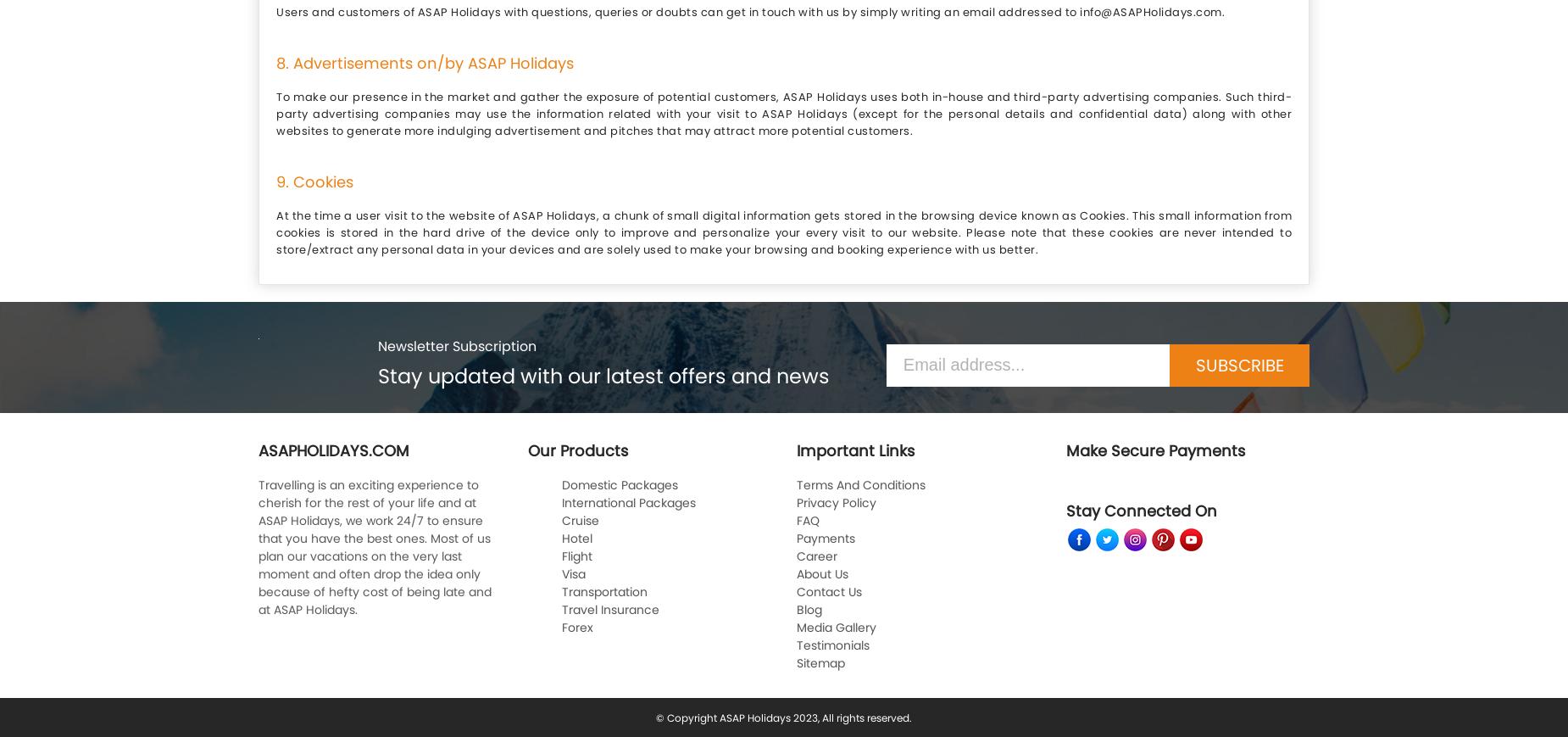 This screenshot has width=1568, height=737. I want to click on 'Cruise', so click(579, 519).